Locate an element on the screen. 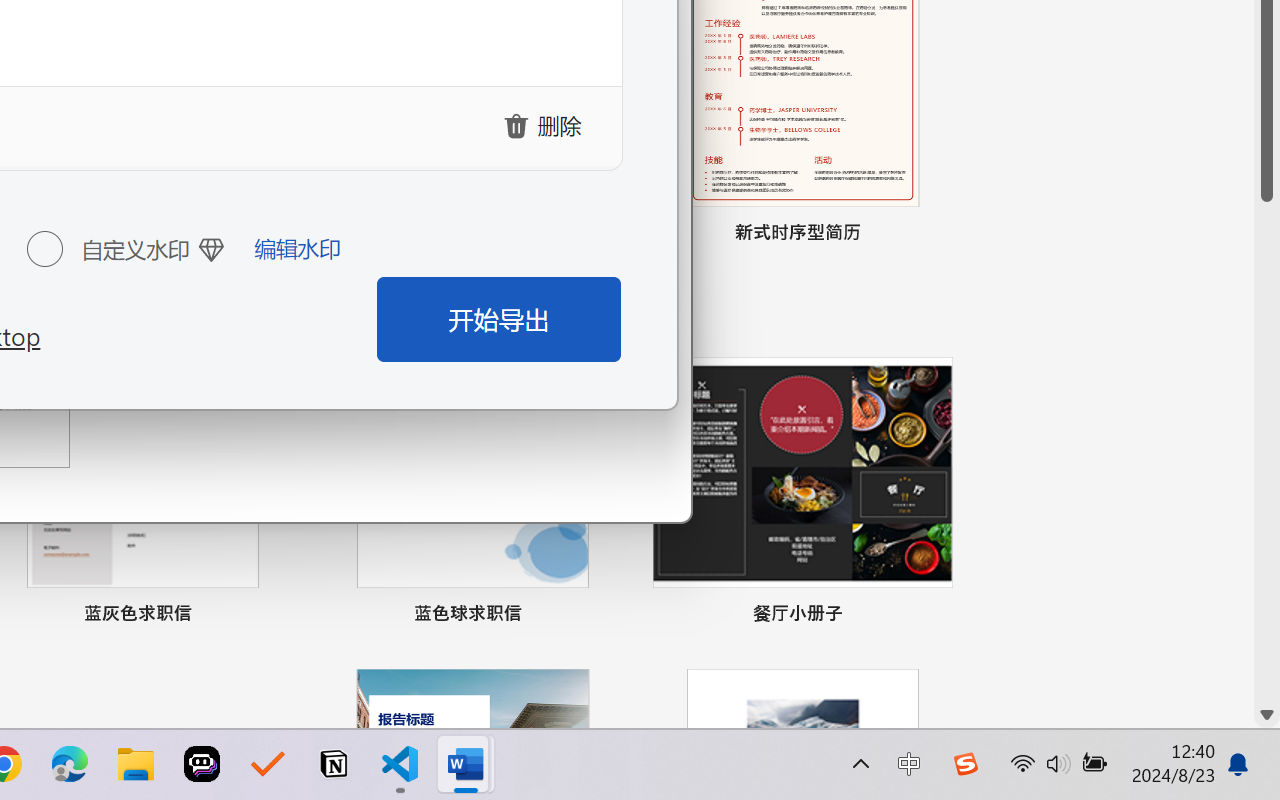 Image resolution: width=1280 pixels, height=800 pixels. 'Microsoft Edge' is located at coordinates (69, 764).